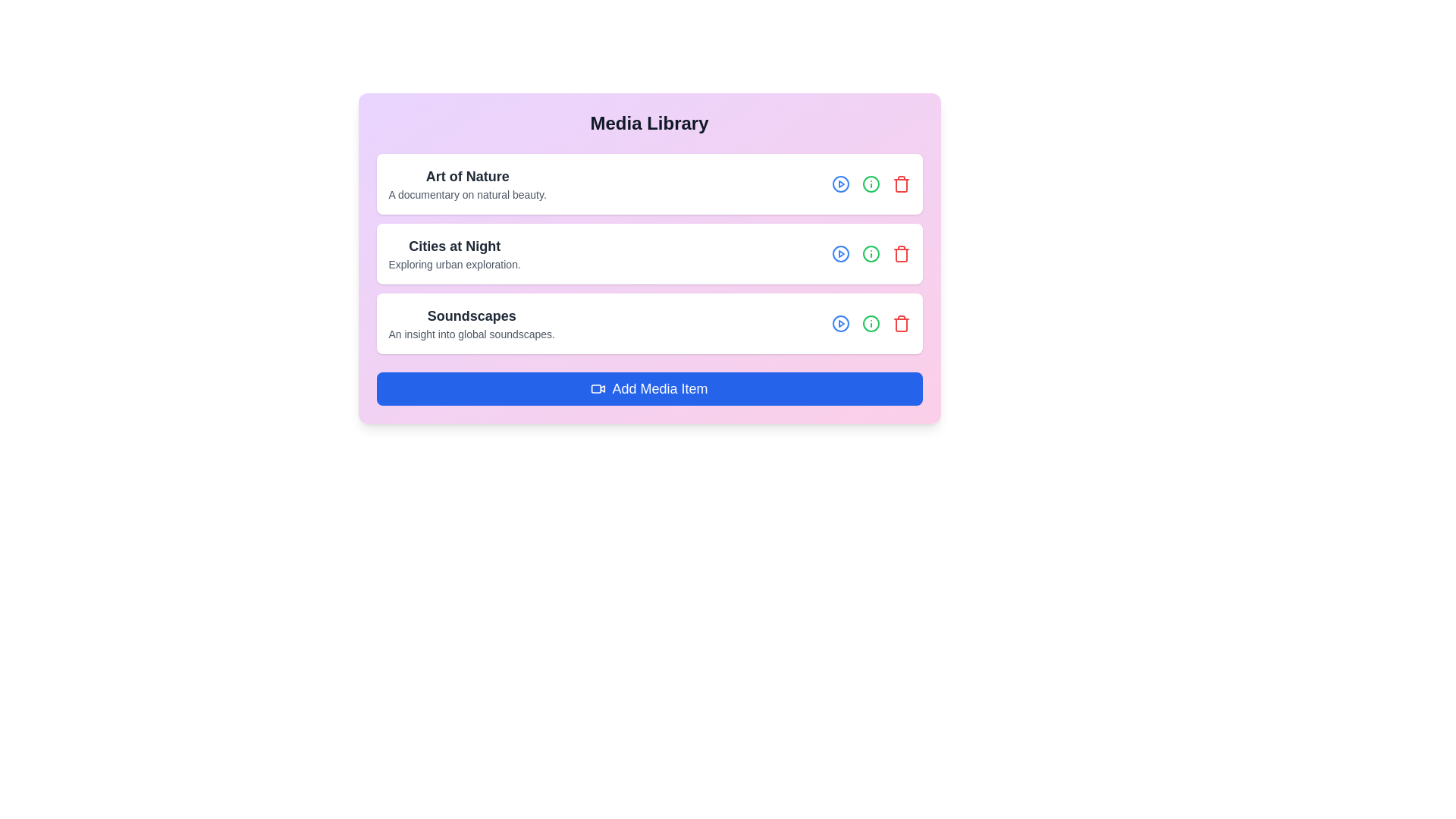  I want to click on information icon for the media item titled Art of Nature, so click(871, 184).